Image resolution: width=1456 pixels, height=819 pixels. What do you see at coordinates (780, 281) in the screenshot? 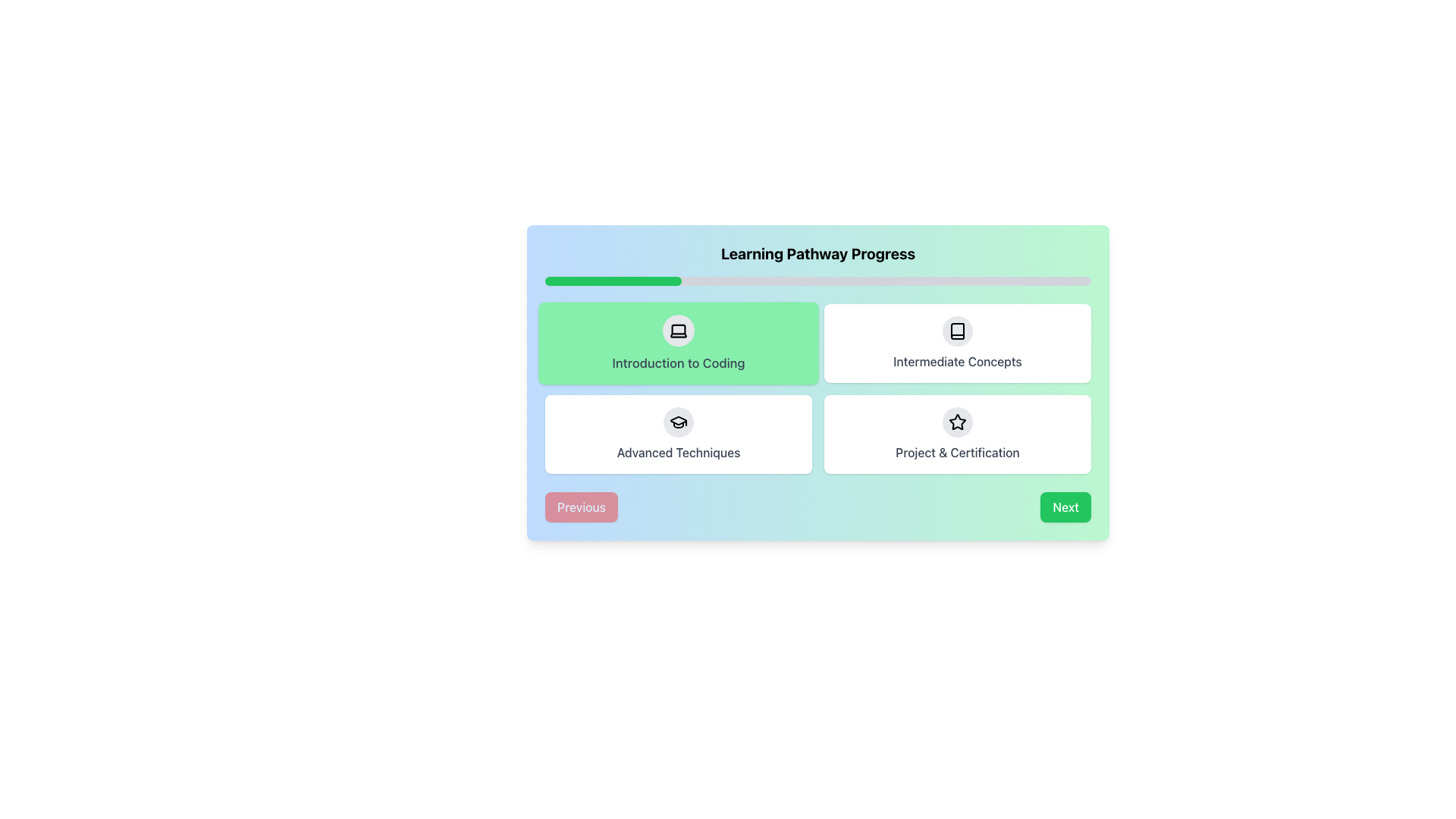
I see `progress` at bounding box center [780, 281].